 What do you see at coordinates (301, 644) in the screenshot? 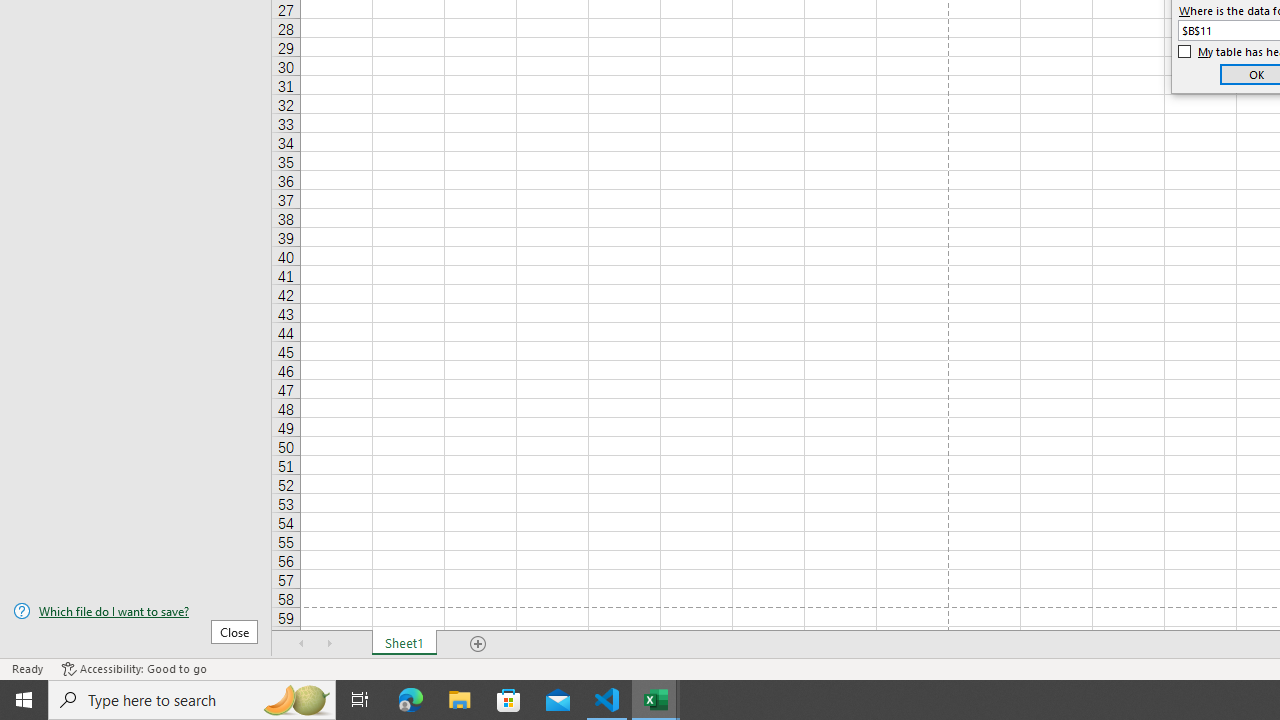
I see `'Scroll Left'` at bounding box center [301, 644].